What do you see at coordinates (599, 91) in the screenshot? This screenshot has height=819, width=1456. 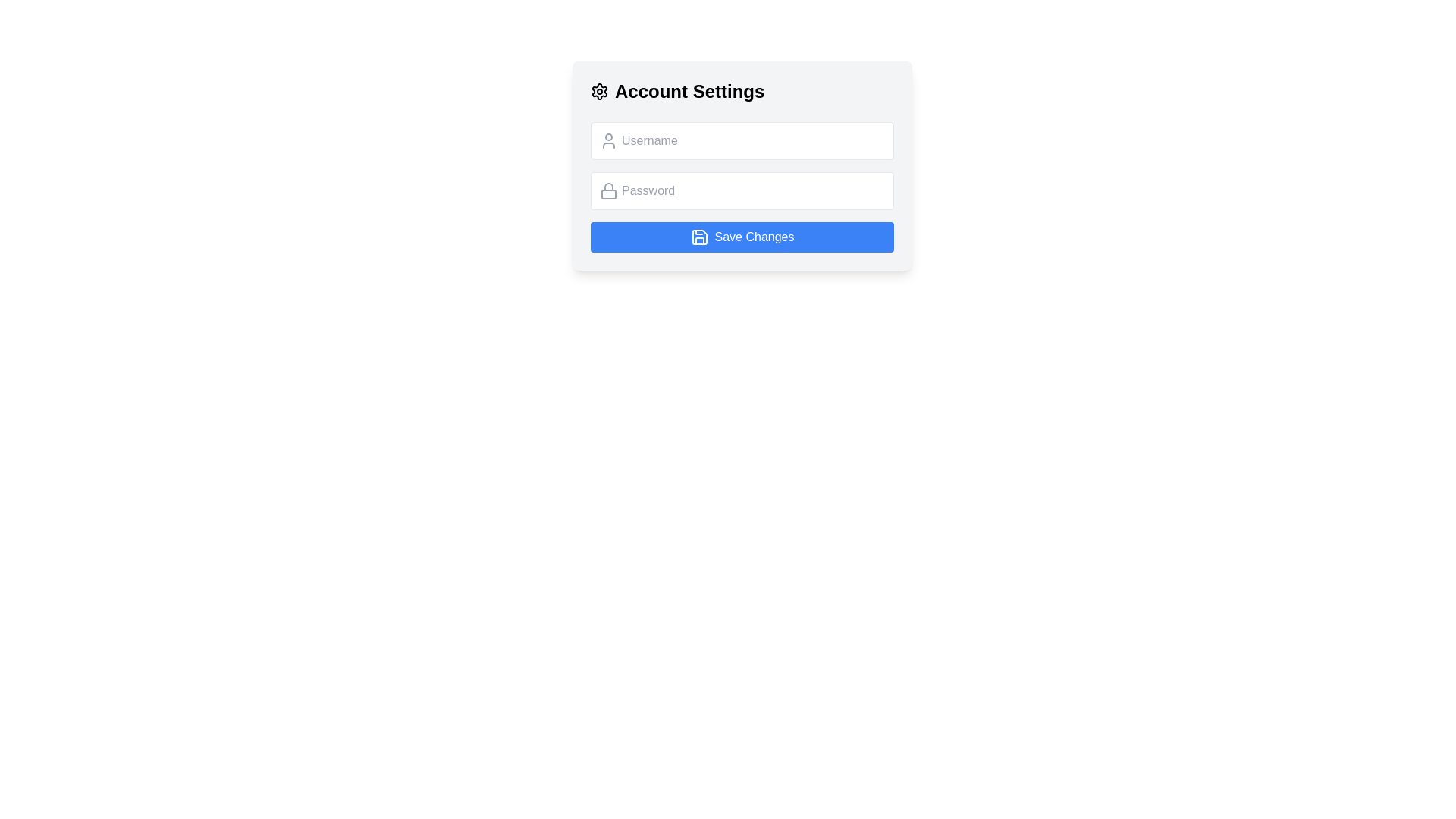 I see `the settings icon represented by a gear symbol located to the left of the 'Account Settings' text label` at bounding box center [599, 91].